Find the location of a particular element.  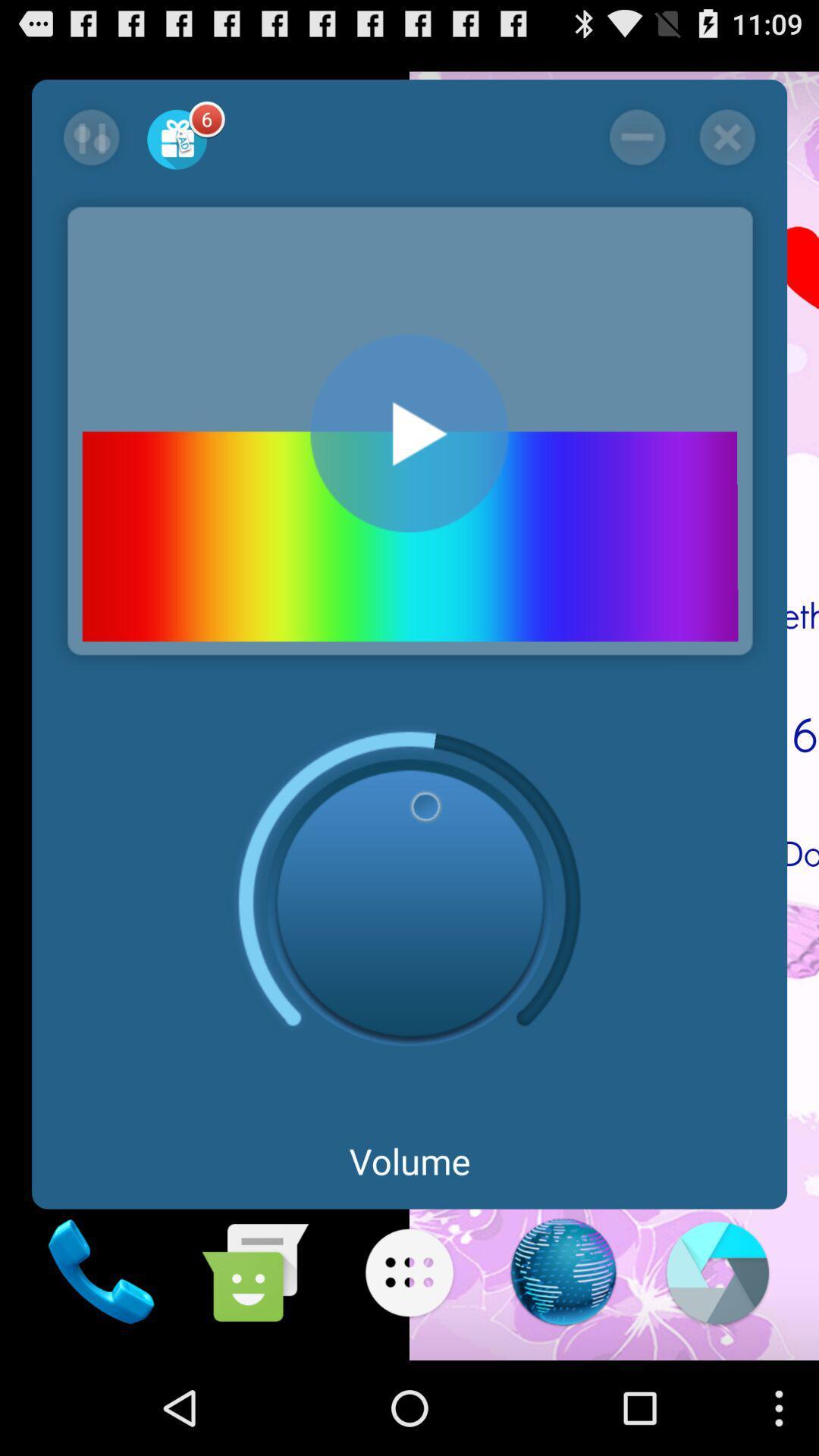

the minus icon is located at coordinates (637, 146).